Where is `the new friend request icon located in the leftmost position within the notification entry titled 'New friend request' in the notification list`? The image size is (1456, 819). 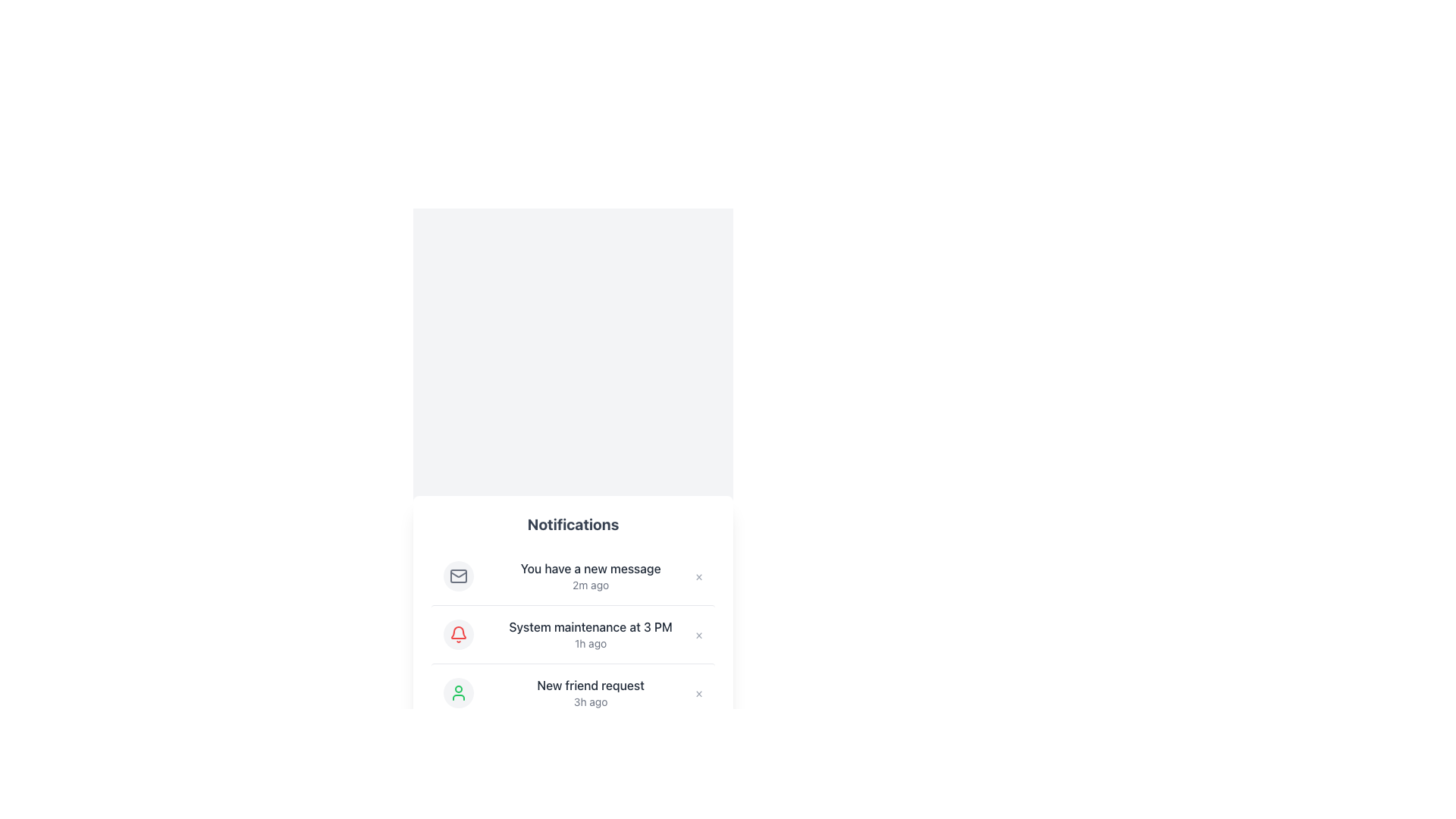
the new friend request icon located in the leftmost position within the notification entry titled 'New friend request' in the notification list is located at coordinates (457, 693).